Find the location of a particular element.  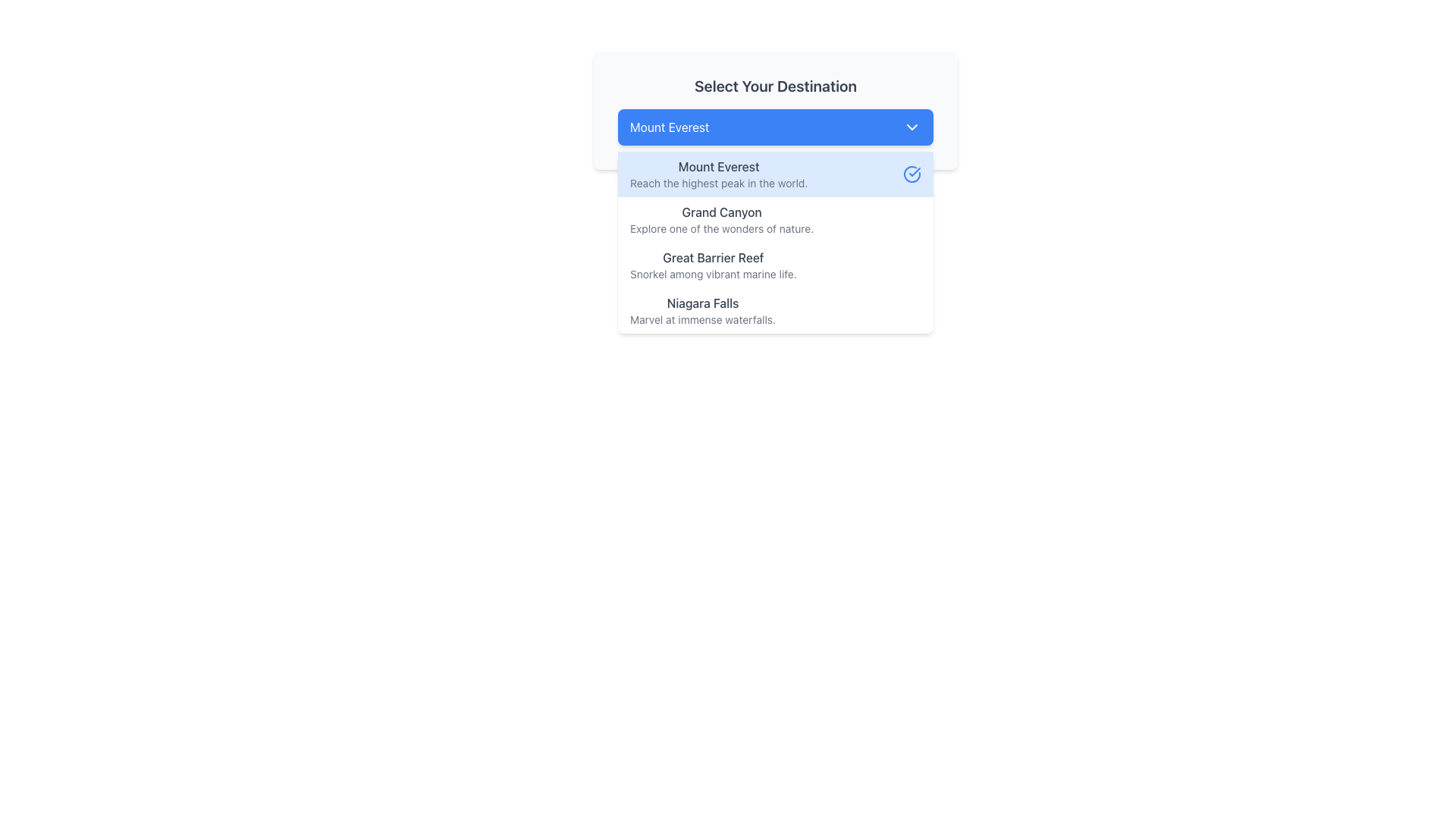

the blue circular Checkmark Icon located on the right side of the 'Mount Everest Reach the highest peak in the world.' dropdown menu entry is located at coordinates (912, 174).